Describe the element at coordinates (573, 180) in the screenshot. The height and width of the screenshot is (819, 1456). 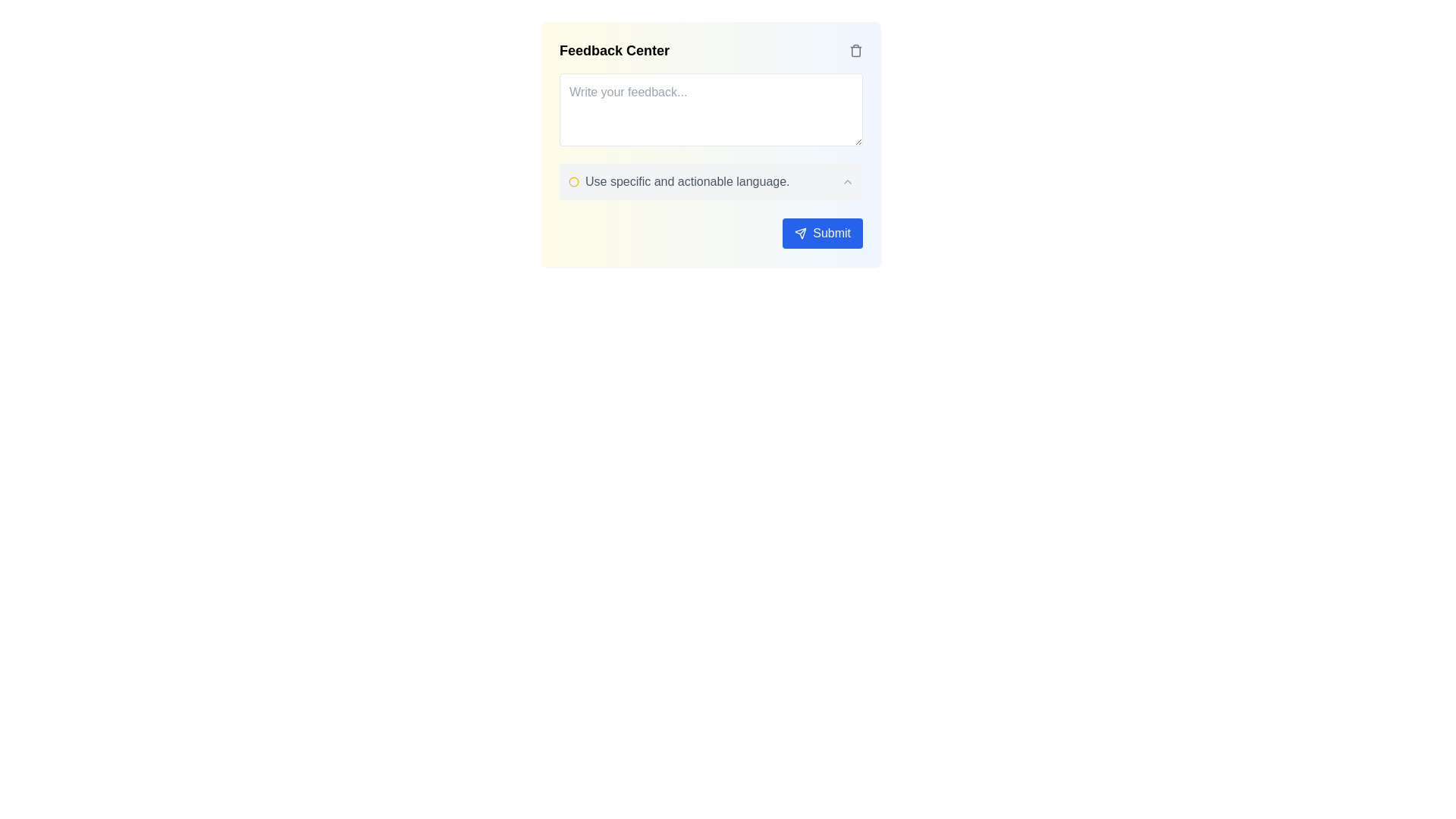
I see `the decorative SVG Circle located inside the 'Feedback Center' component, which is positioned to the left of the checkbox labeled 'Use specific and actionable language.'` at that location.